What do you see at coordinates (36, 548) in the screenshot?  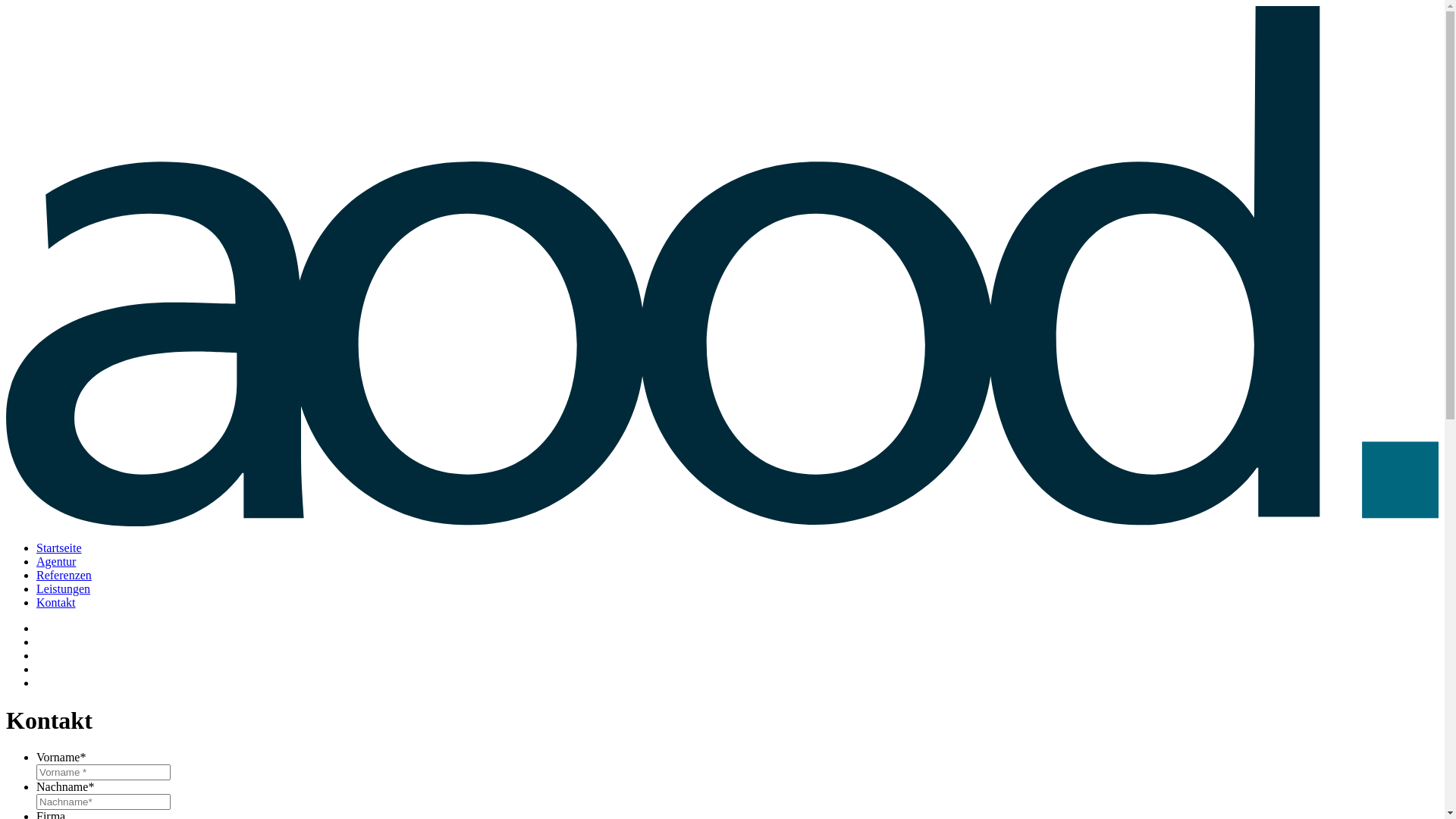 I see `'Startseite'` at bounding box center [36, 548].